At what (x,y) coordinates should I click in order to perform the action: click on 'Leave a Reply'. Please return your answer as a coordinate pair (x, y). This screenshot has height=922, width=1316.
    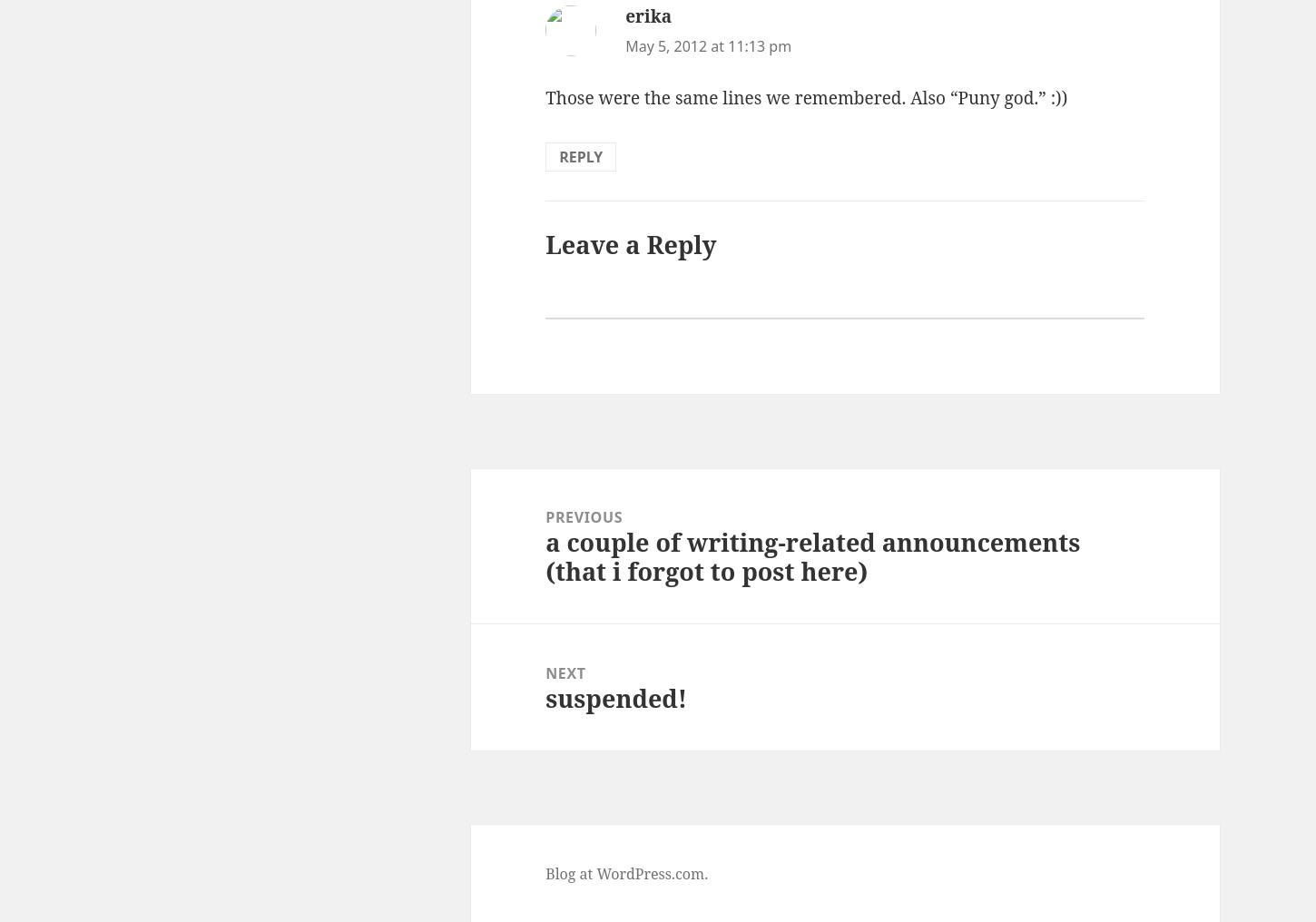
    Looking at the image, I should click on (629, 242).